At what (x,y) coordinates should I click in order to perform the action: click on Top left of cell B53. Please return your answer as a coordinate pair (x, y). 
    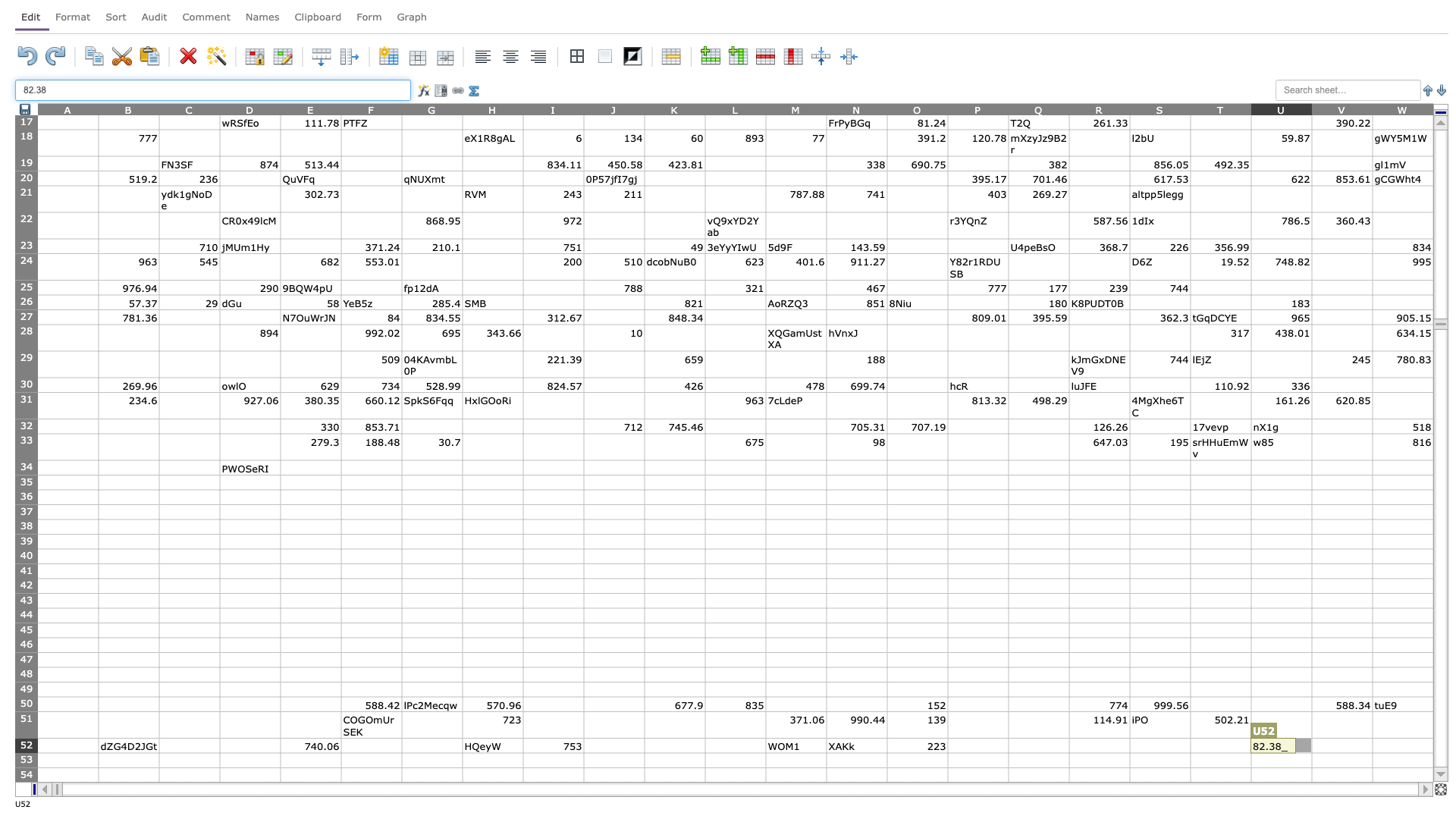
    Looking at the image, I should click on (97, 752).